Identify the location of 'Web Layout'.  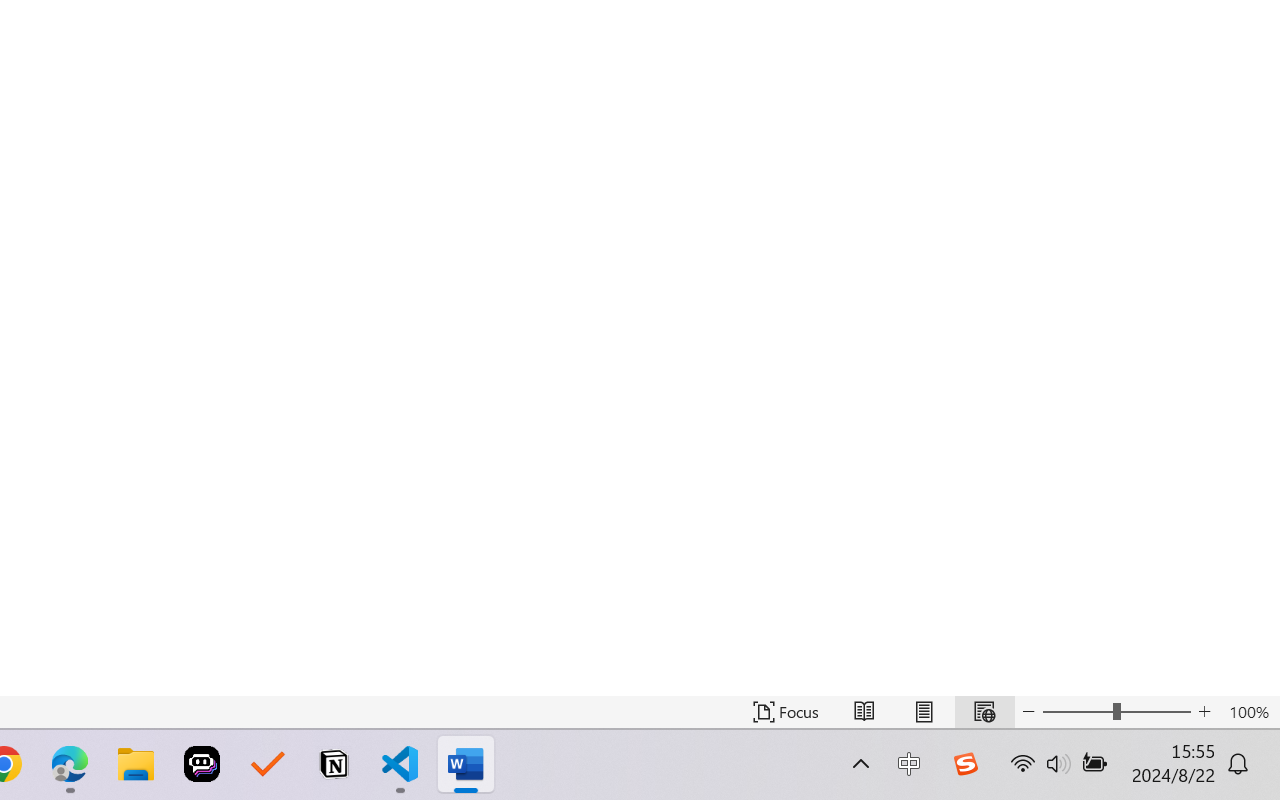
(984, 711).